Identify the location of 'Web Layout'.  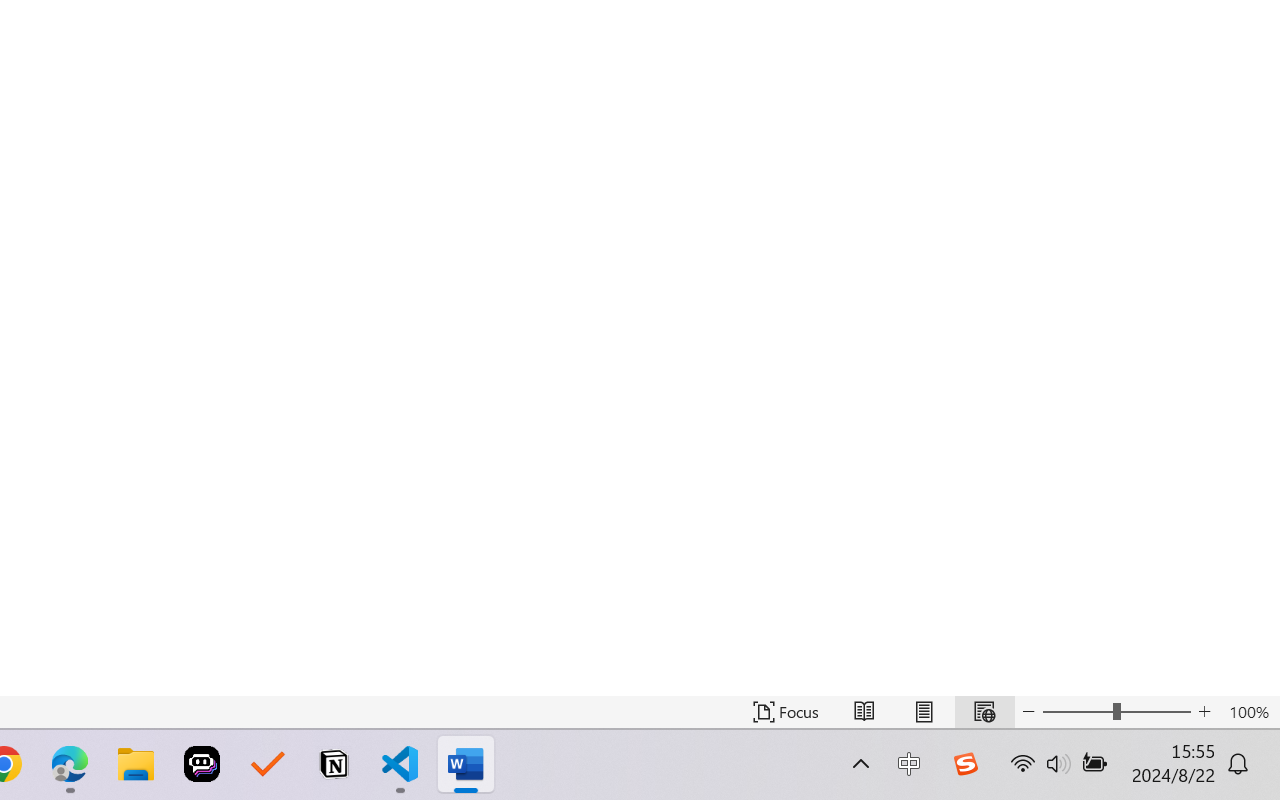
(984, 711).